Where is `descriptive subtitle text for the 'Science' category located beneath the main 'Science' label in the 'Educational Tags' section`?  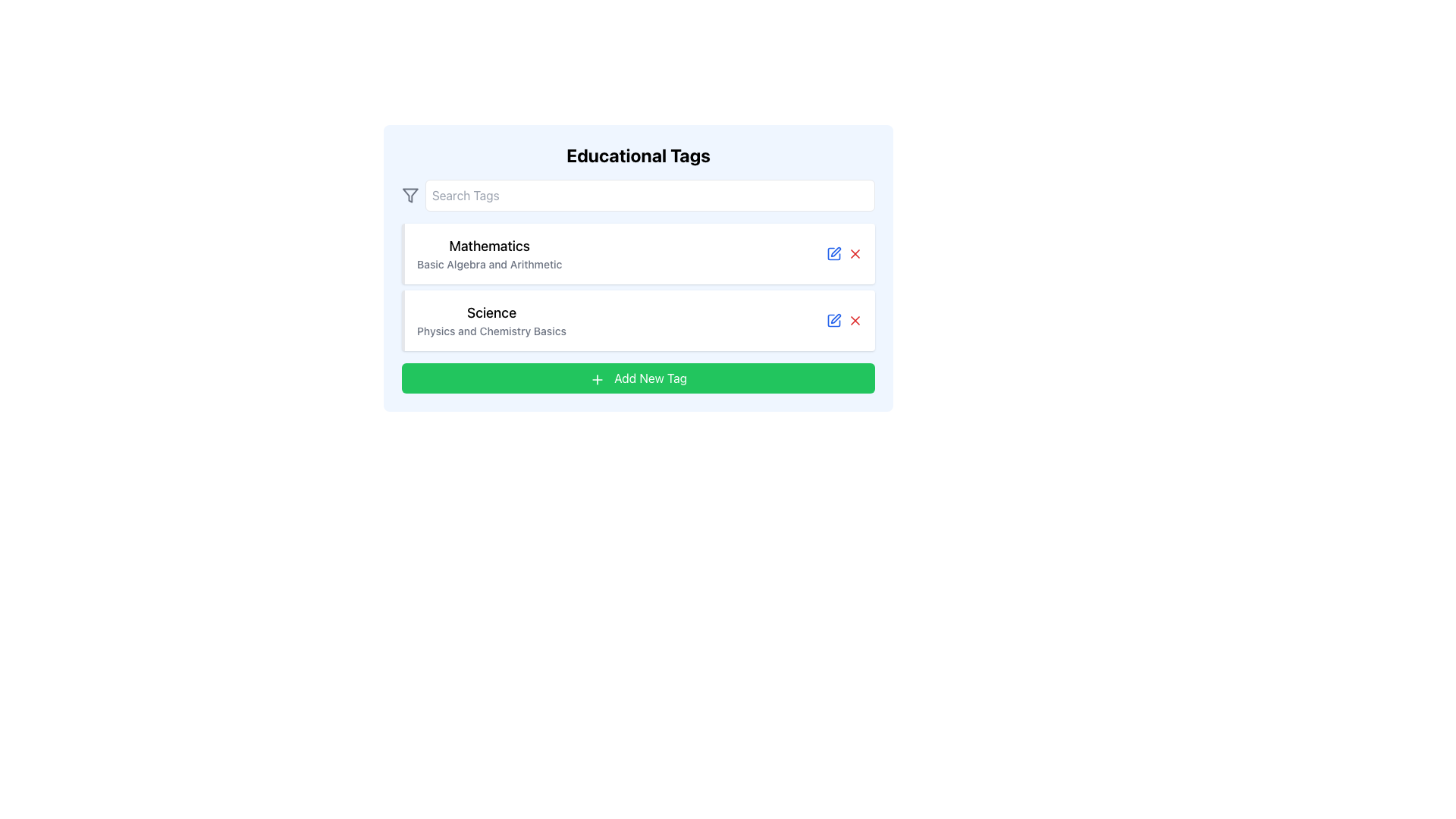
descriptive subtitle text for the 'Science' category located beneath the main 'Science' label in the 'Educational Tags' section is located at coordinates (491, 330).